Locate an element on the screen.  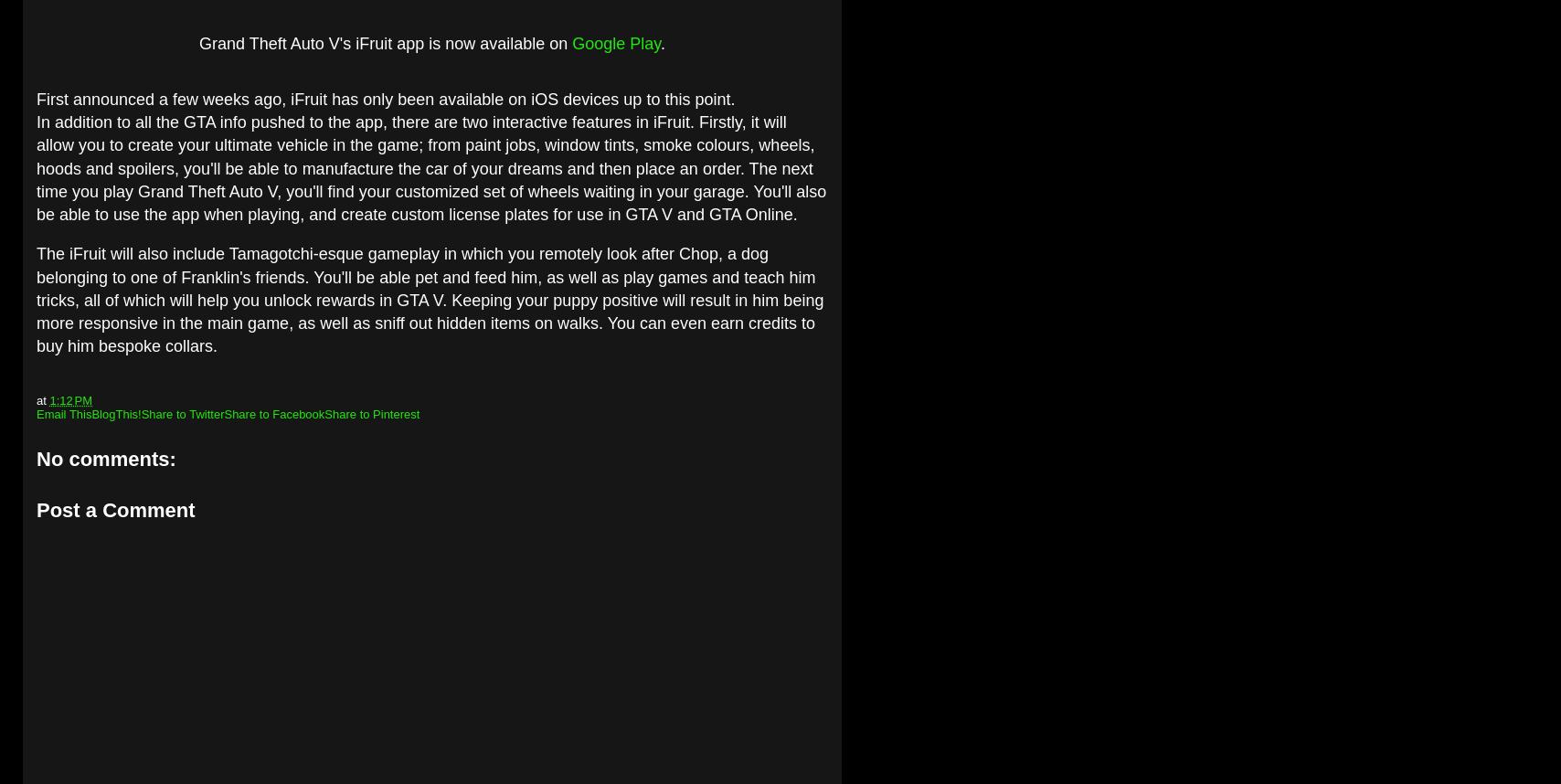
'First announced a few weeks ago, iFruit has only been available on iOS devices up to this point.' is located at coordinates (386, 99).